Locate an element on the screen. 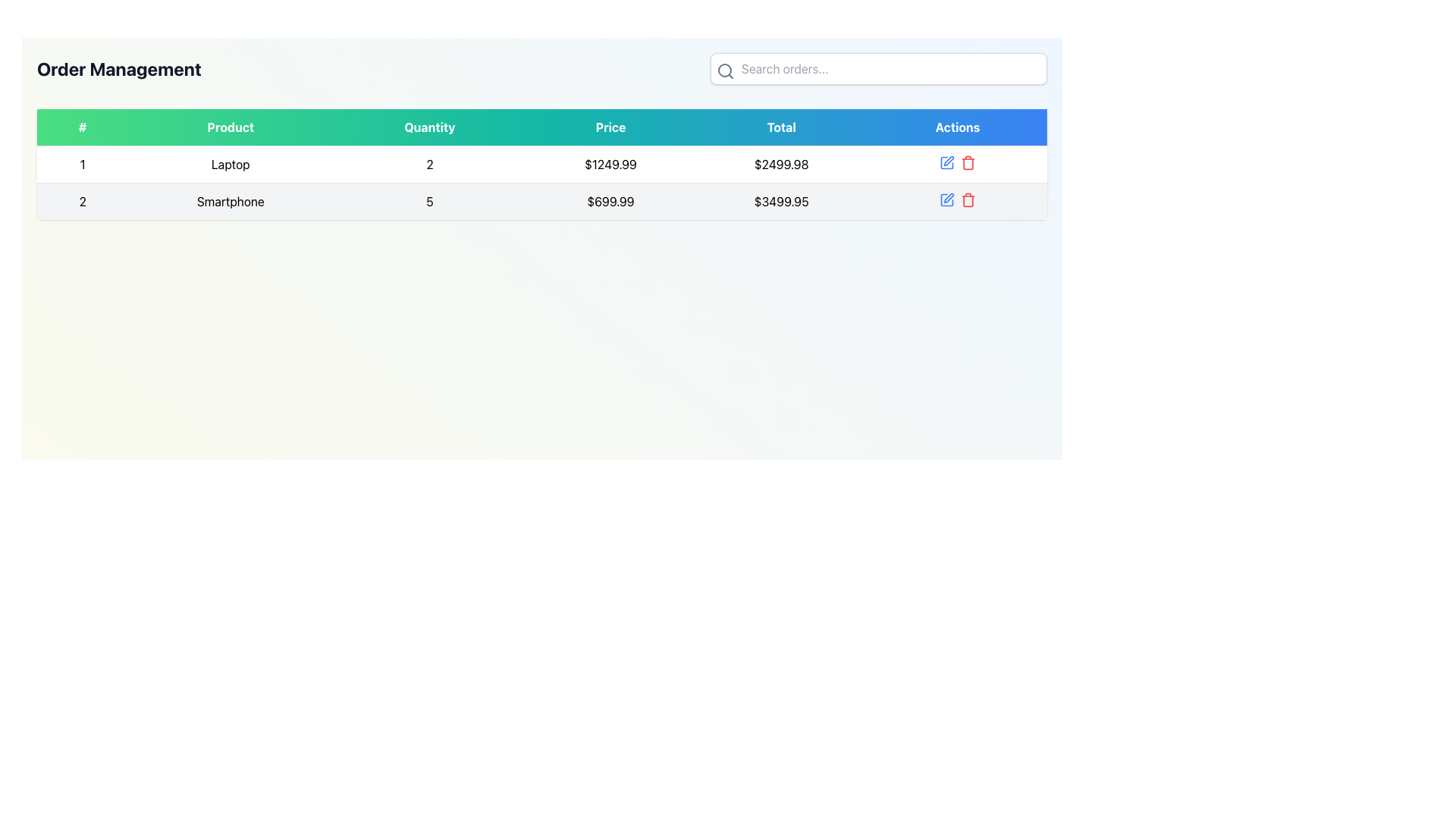 Image resolution: width=1456 pixels, height=819 pixels. the table cell containing the number '2' is located at coordinates (82, 200).